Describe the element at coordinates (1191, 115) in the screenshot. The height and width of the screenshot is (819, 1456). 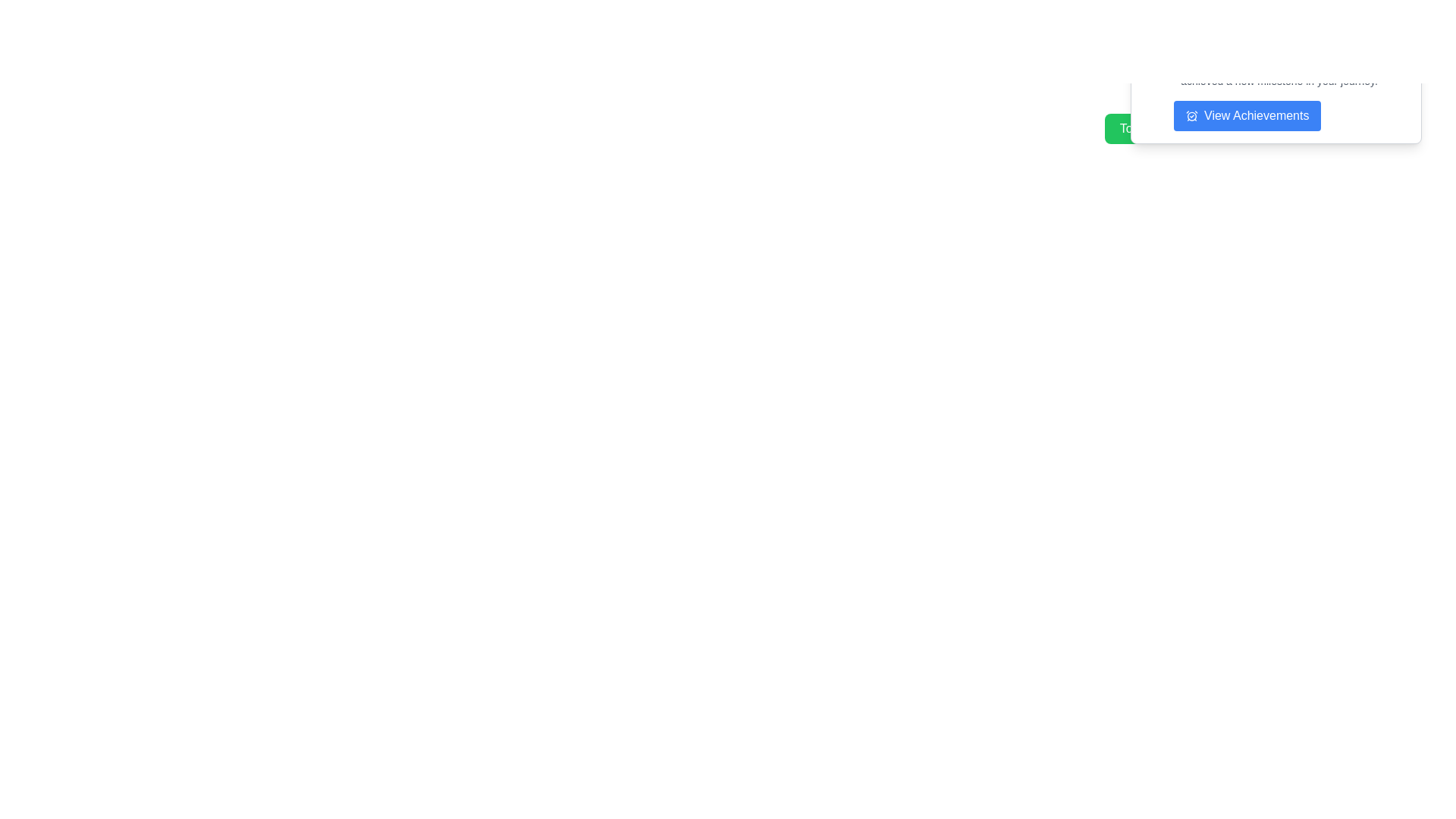
I see `the icon representing the action of viewing achievements, which is located to the left of the 'View Achievements' button text` at that location.